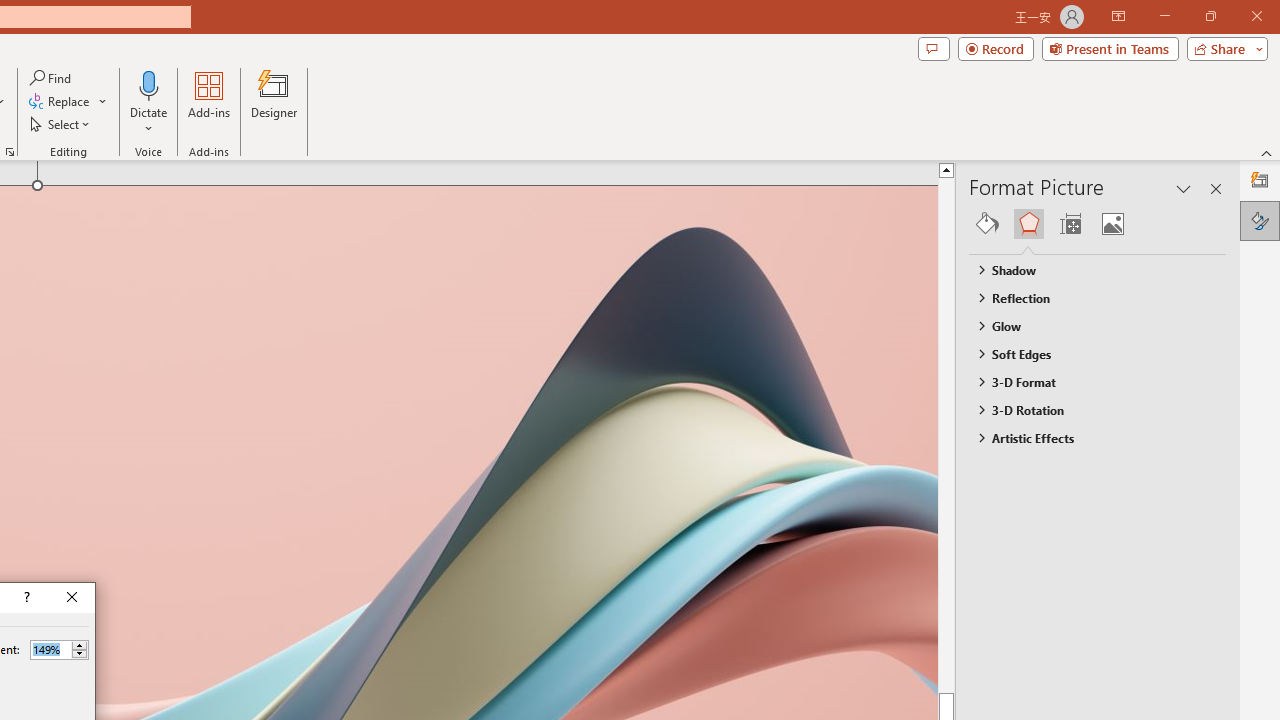  Describe the element at coordinates (51, 77) in the screenshot. I see `'Find...'` at that location.